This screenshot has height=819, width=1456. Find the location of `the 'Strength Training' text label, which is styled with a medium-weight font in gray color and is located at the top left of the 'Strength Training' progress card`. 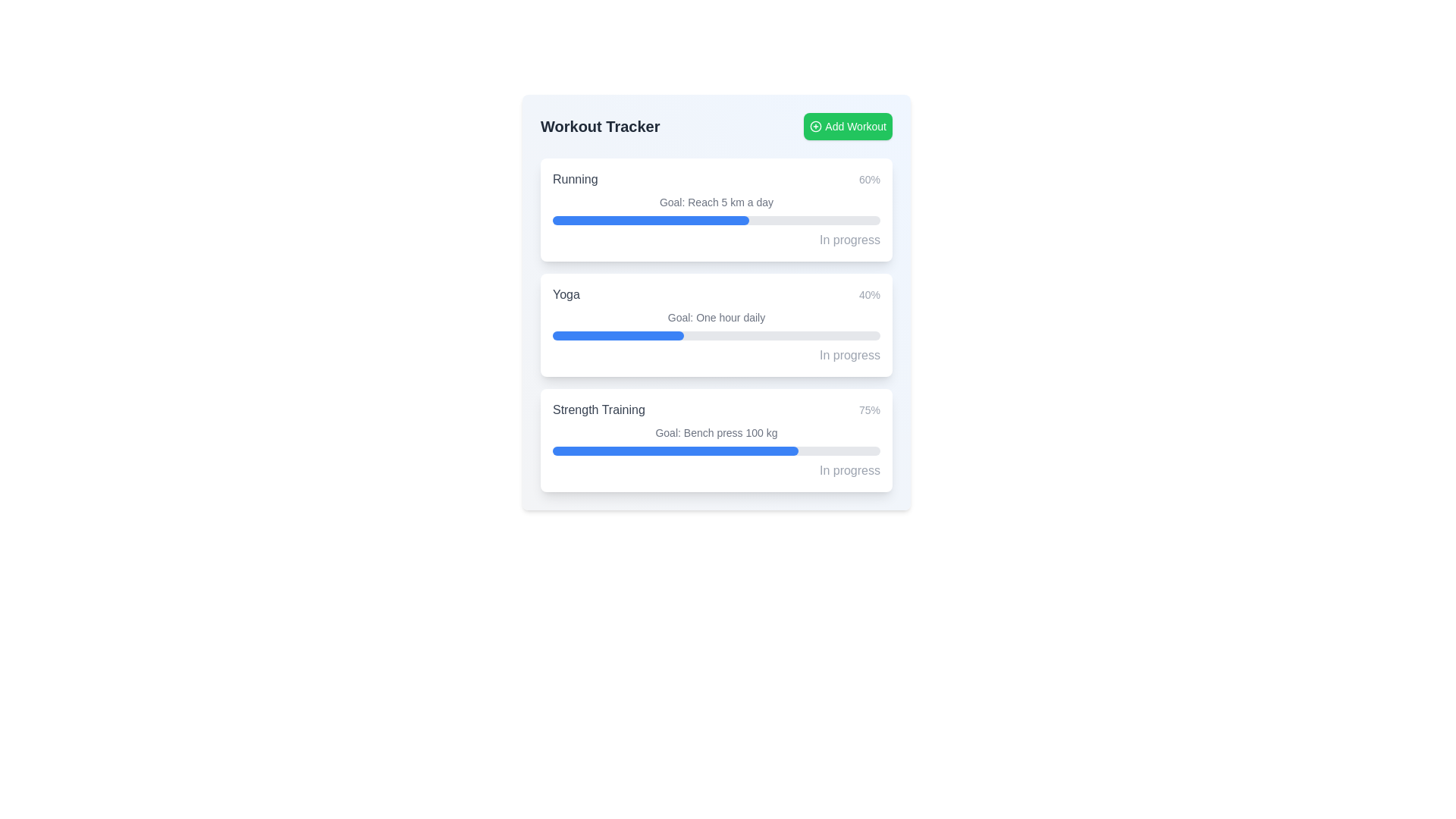

the 'Strength Training' text label, which is styled with a medium-weight font in gray color and is located at the top left of the 'Strength Training' progress card is located at coordinates (598, 409).